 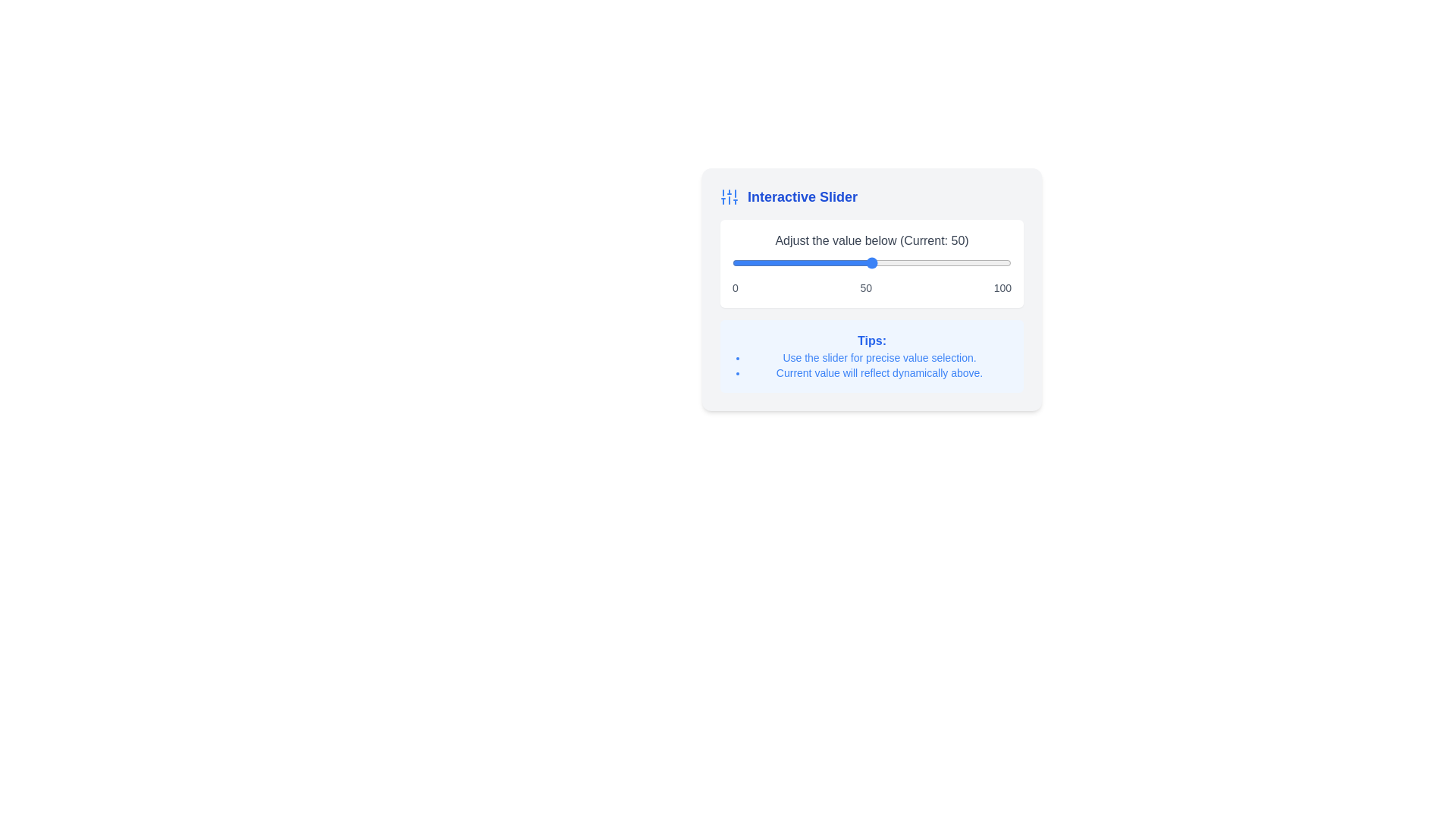 What do you see at coordinates (758, 262) in the screenshot?
I see `the slider value` at bounding box center [758, 262].